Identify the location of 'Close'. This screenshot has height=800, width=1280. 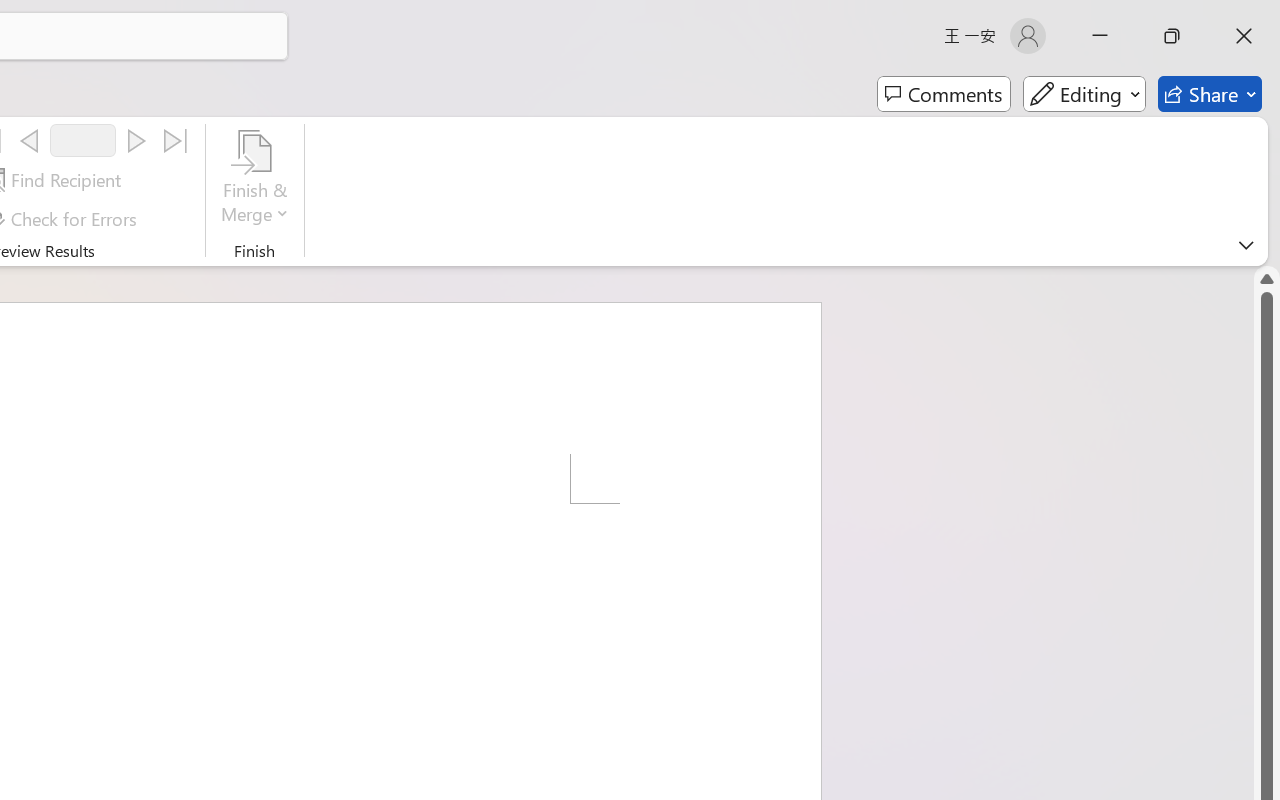
(1243, 35).